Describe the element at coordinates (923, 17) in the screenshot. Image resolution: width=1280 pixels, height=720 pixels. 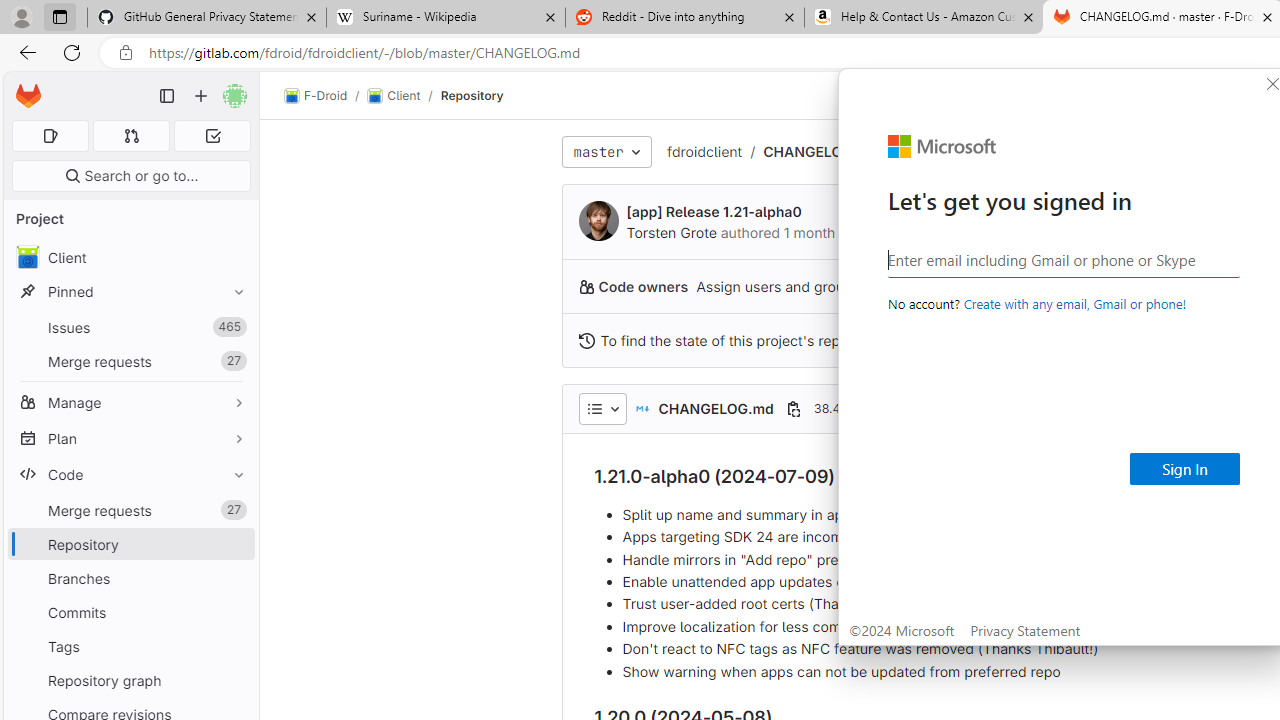
I see `'Help & Contact Us - Amazon Customer Service'` at that location.